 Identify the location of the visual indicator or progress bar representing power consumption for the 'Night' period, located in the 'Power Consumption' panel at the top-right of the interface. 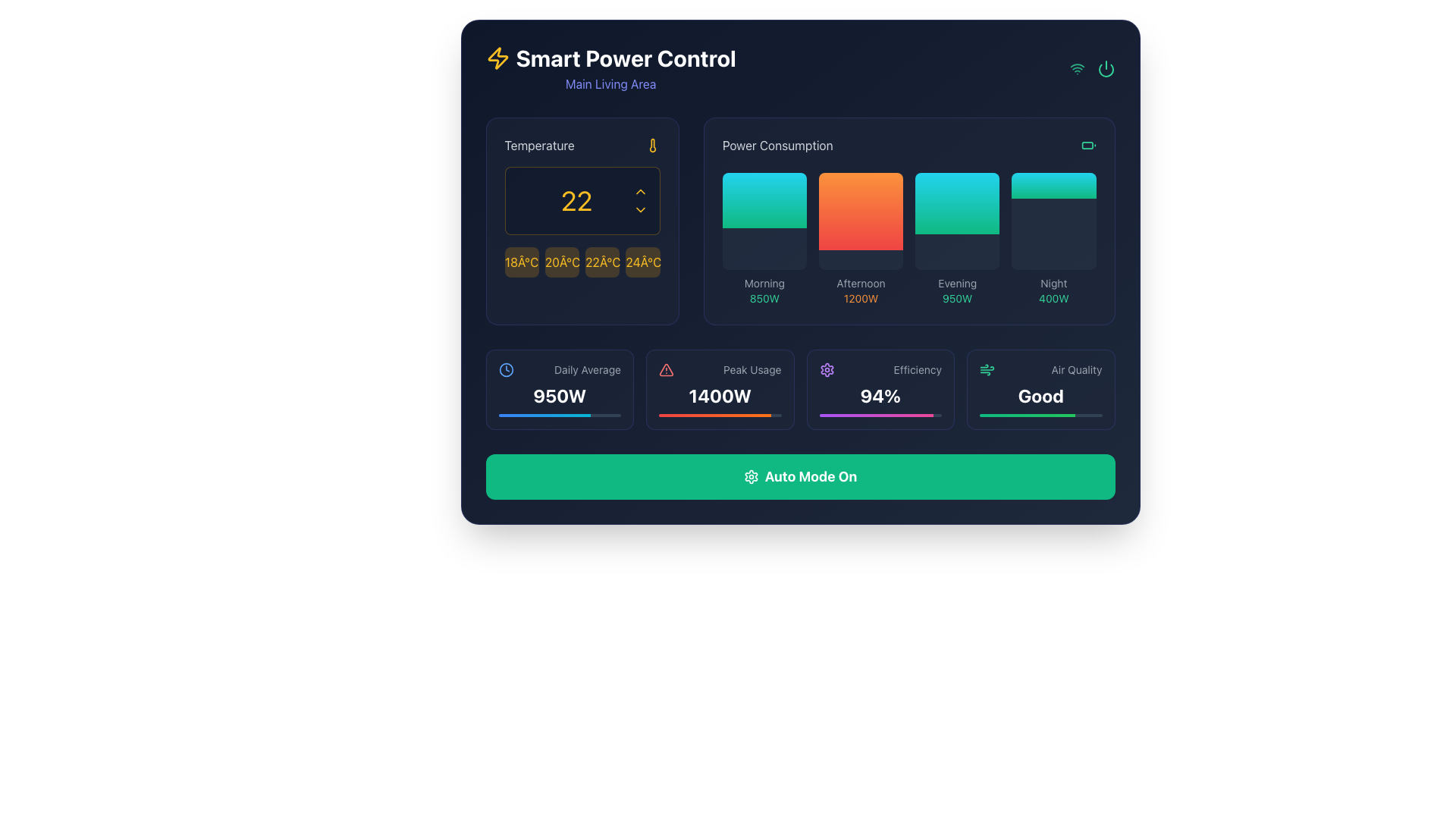
(1053, 185).